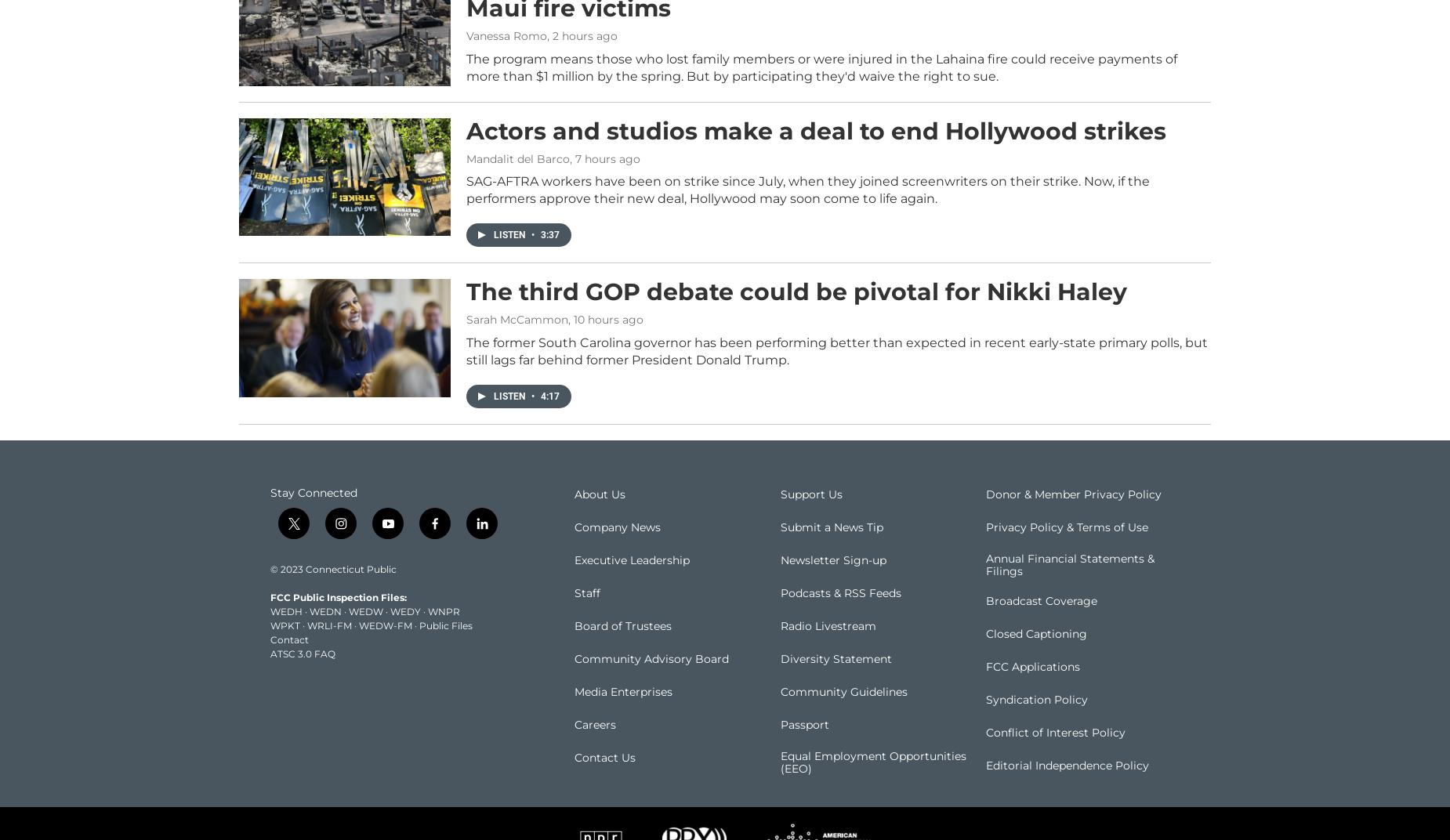 The width and height of the screenshot is (1450, 840). Describe the element at coordinates (803, 746) in the screenshot. I see `'Passport'` at that location.